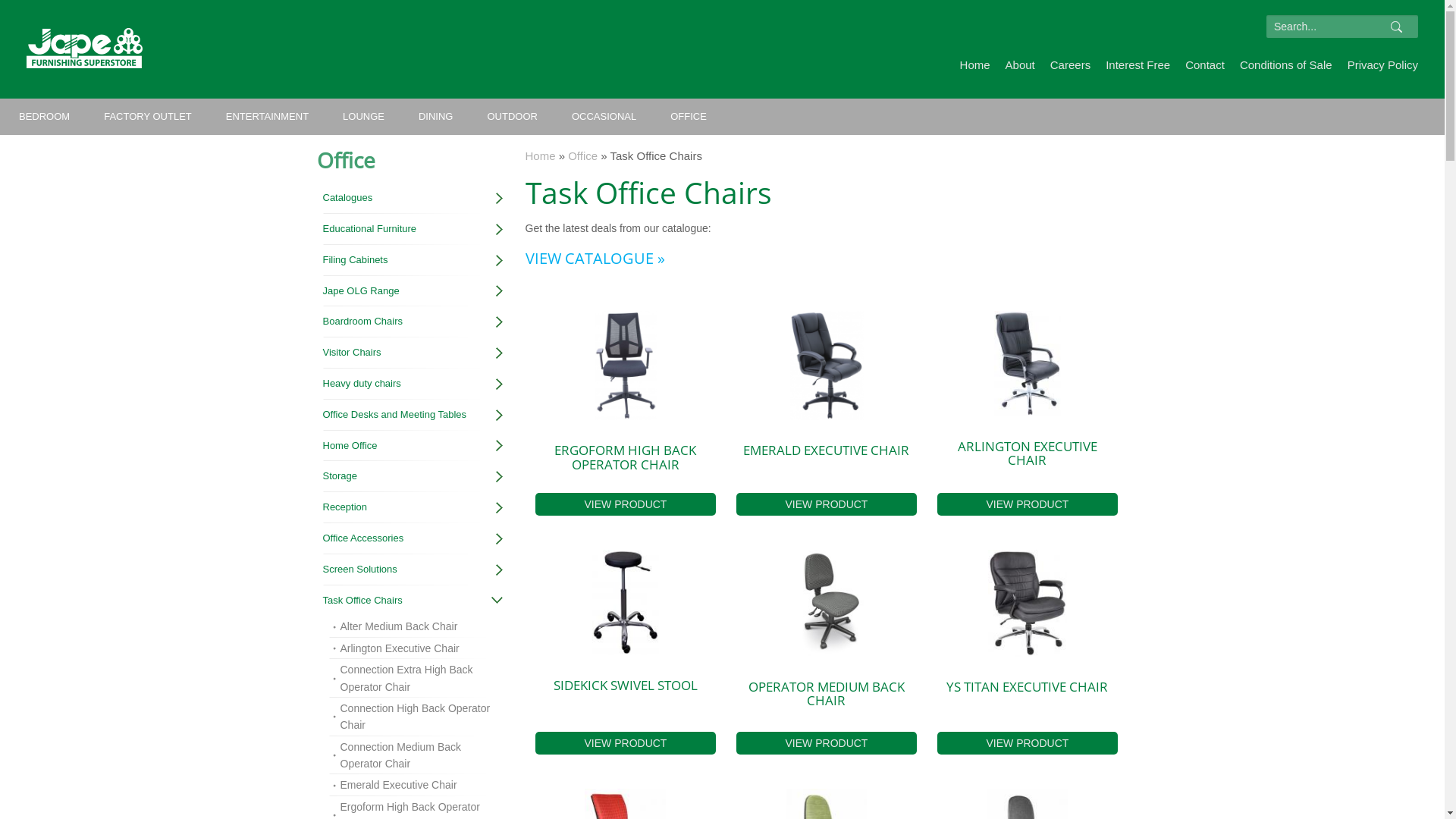 Image resolution: width=1456 pixels, height=819 pixels. What do you see at coordinates (552, 685) in the screenshot?
I see `'SIDEKICK SWIVEL STOOL'` at bounding box center [552, 685].